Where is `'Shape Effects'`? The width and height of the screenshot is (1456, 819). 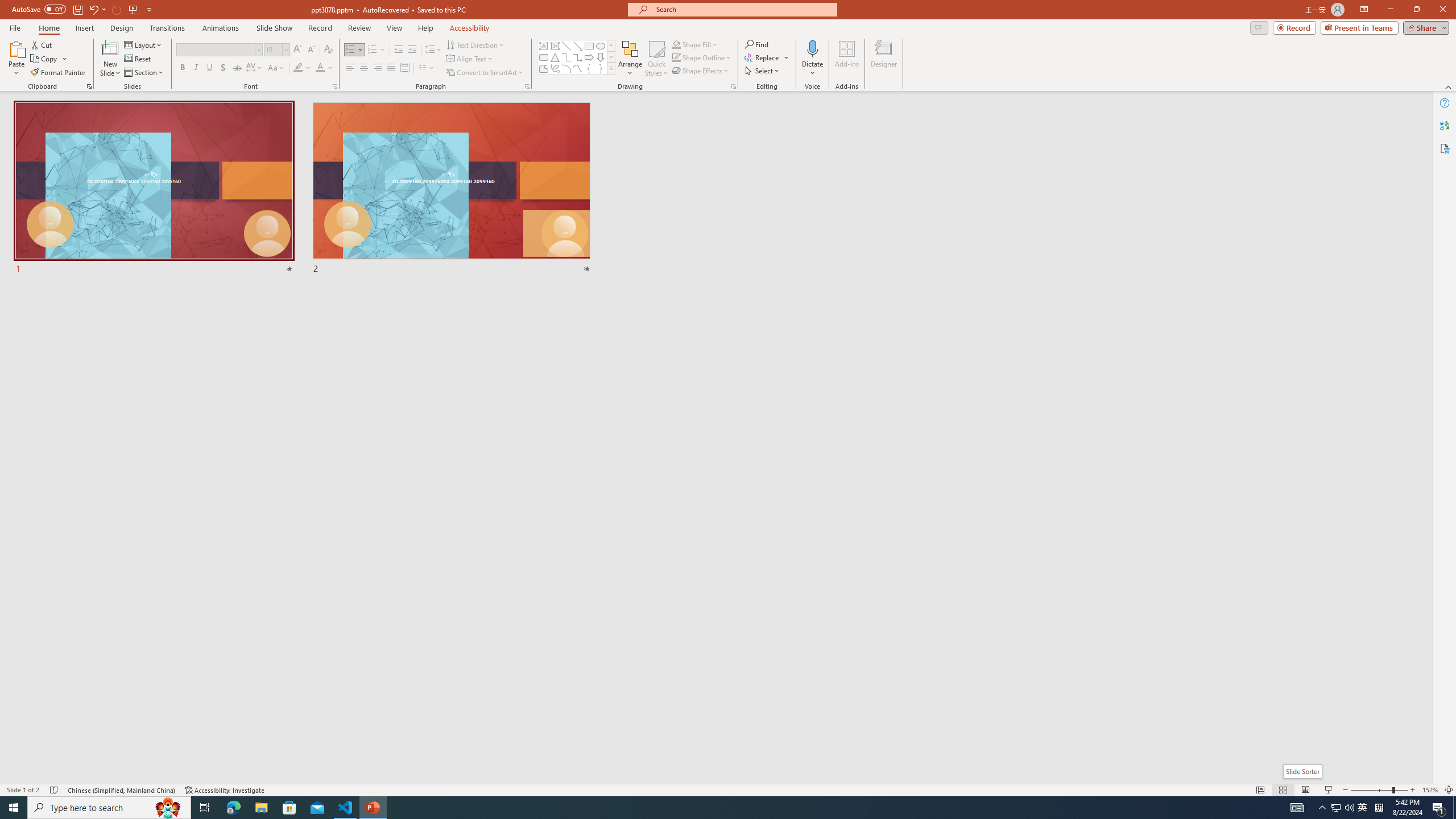
'Shape Effects' is located at coordinates (700, 69).